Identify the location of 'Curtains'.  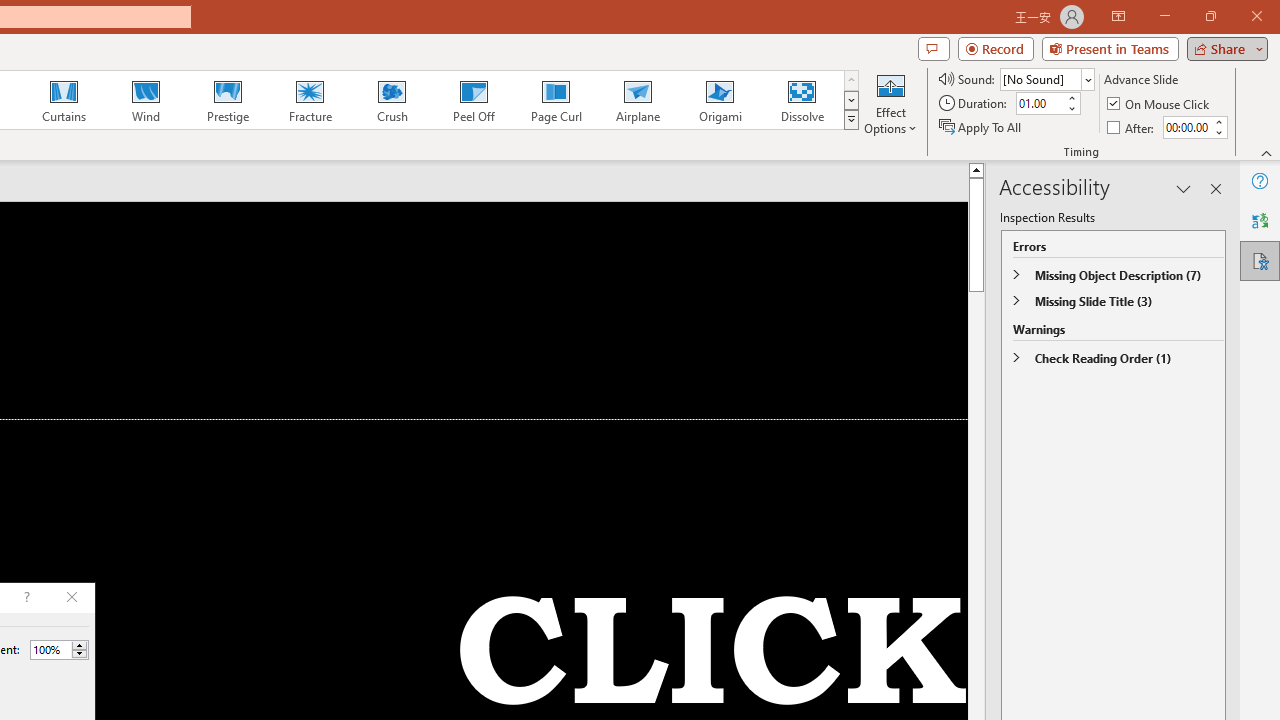
(64, 100).